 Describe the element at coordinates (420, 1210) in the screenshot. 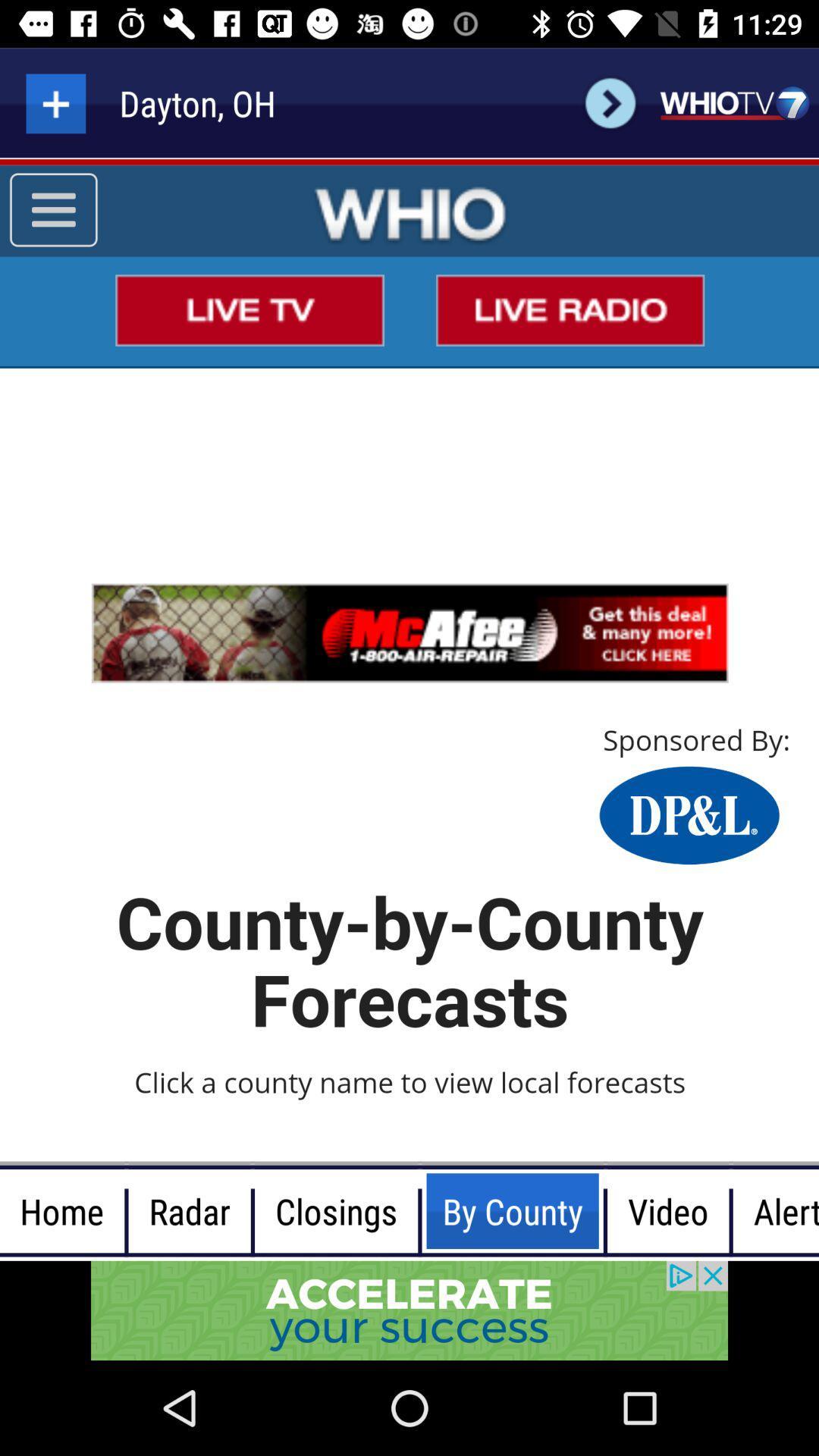

I see `the button by county at the bottom of the page` at that location.